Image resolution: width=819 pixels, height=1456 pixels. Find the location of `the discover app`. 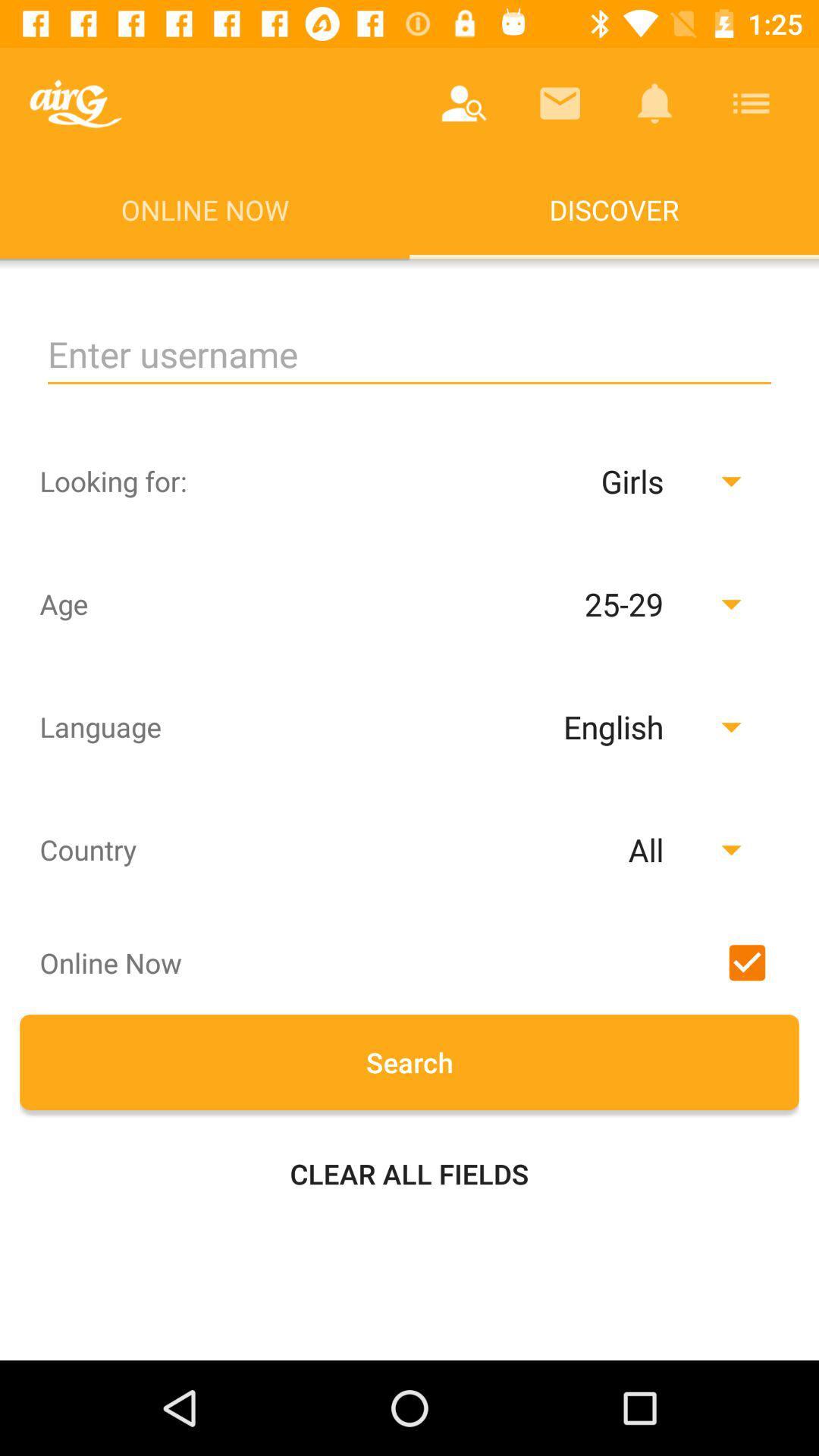

the discover app is located at coordinates (614, 209).